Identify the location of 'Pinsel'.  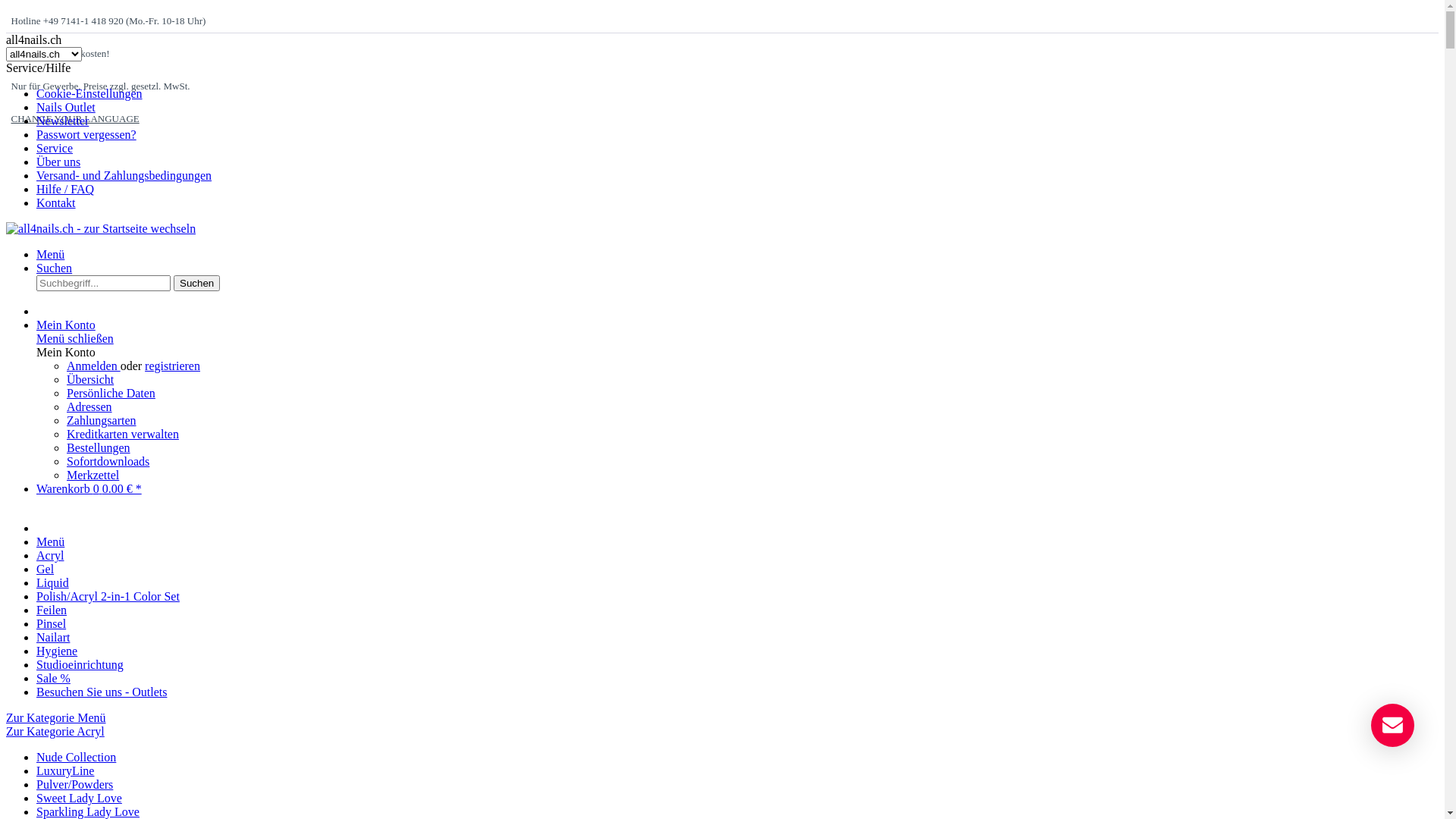
(51, 623).